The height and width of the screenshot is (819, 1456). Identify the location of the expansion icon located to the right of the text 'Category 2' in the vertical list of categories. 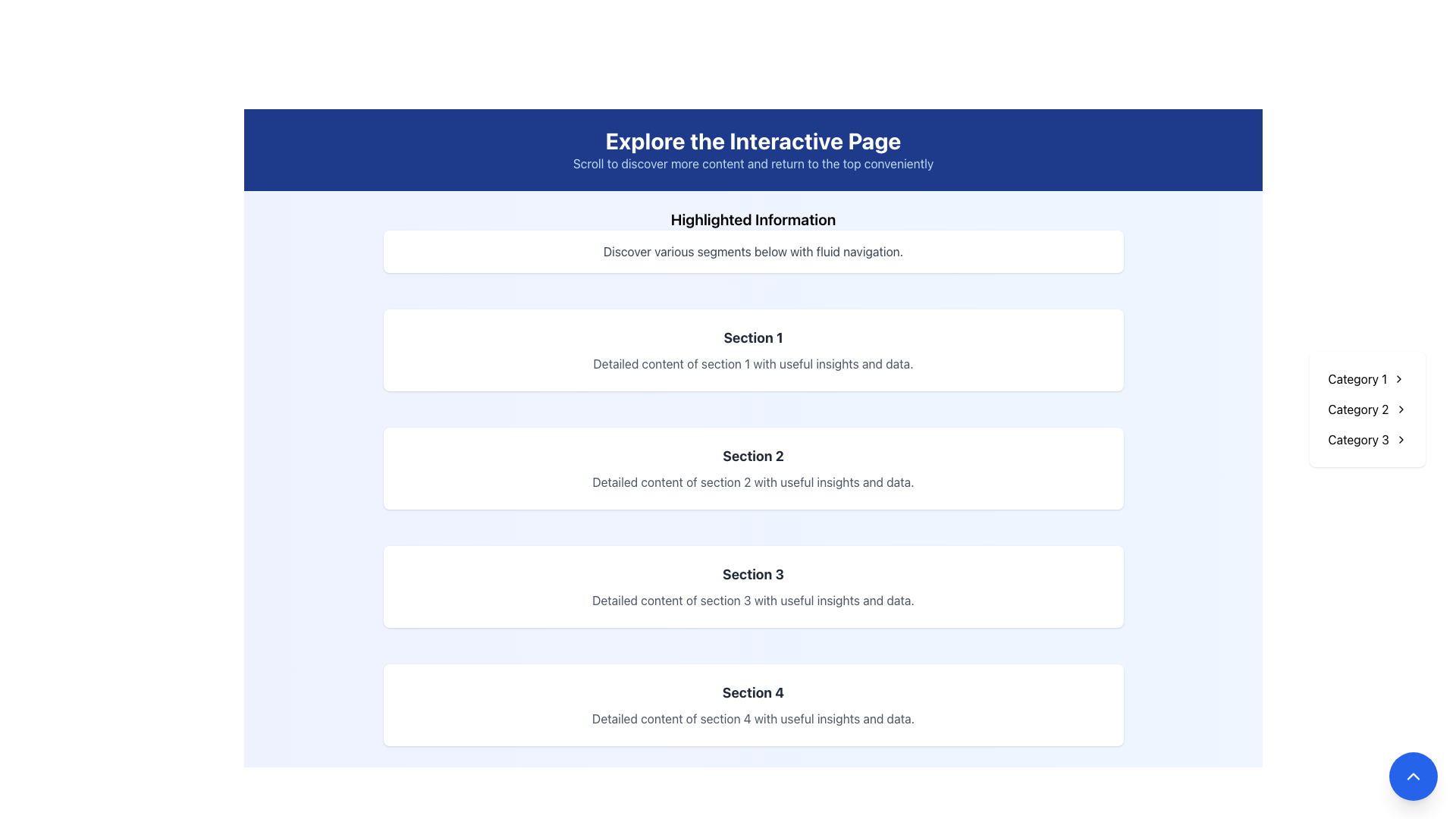
(1400, 409).